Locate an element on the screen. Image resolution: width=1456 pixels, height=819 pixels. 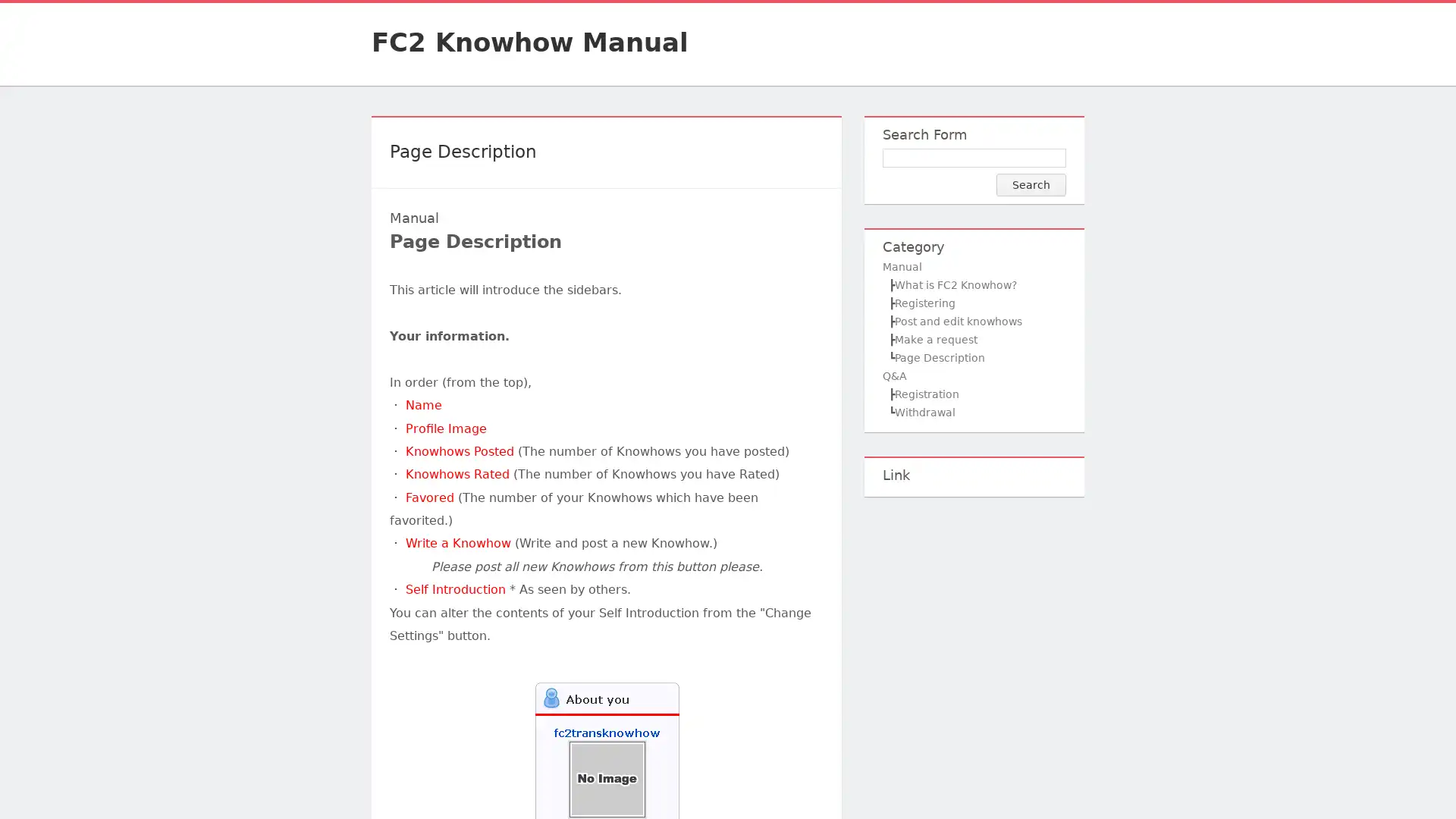
Search is located at coordinates (1031, 184).